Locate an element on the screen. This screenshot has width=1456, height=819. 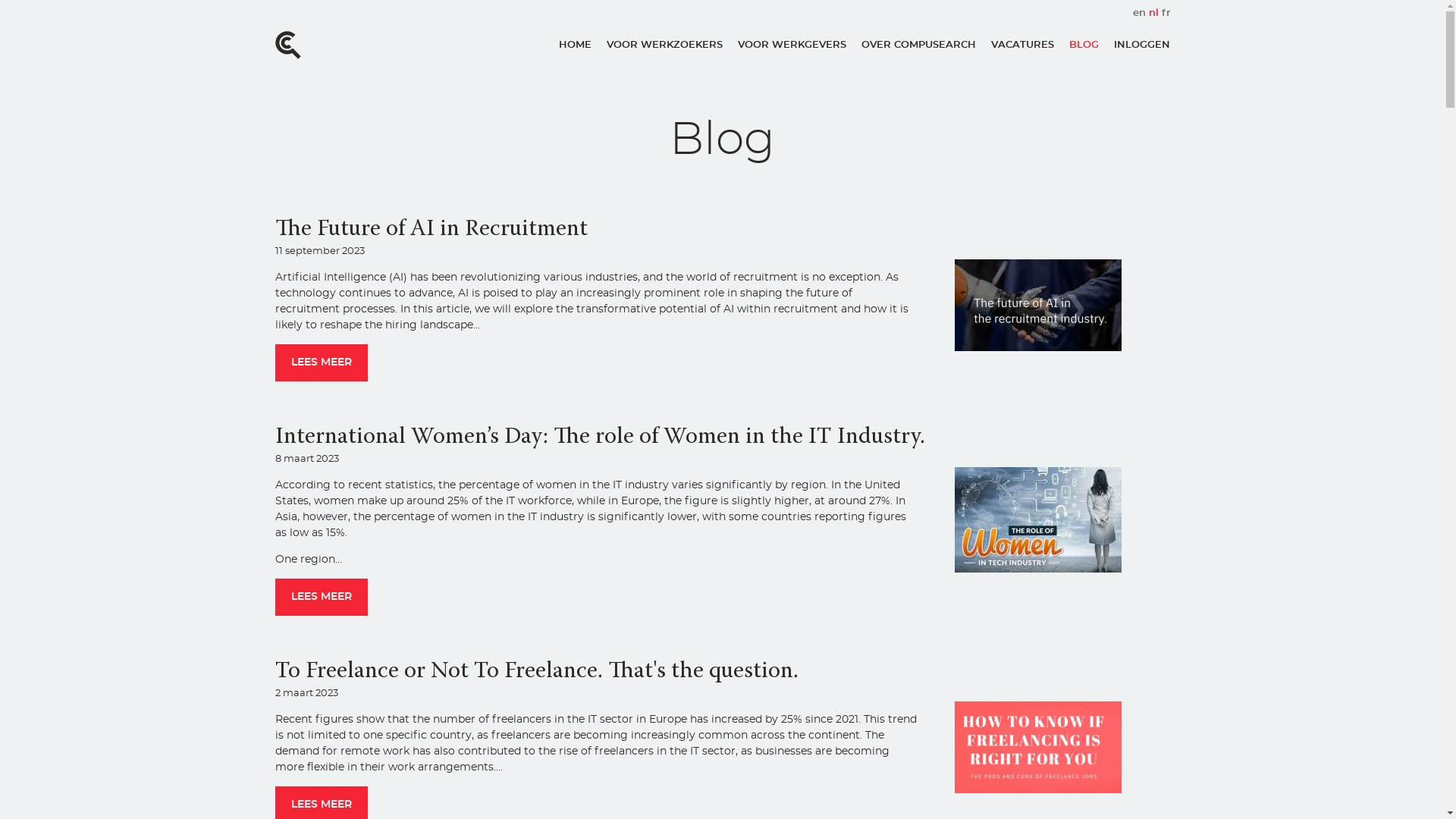
'VOOR WERKGEVERS' is located at coordinates (736, 44).